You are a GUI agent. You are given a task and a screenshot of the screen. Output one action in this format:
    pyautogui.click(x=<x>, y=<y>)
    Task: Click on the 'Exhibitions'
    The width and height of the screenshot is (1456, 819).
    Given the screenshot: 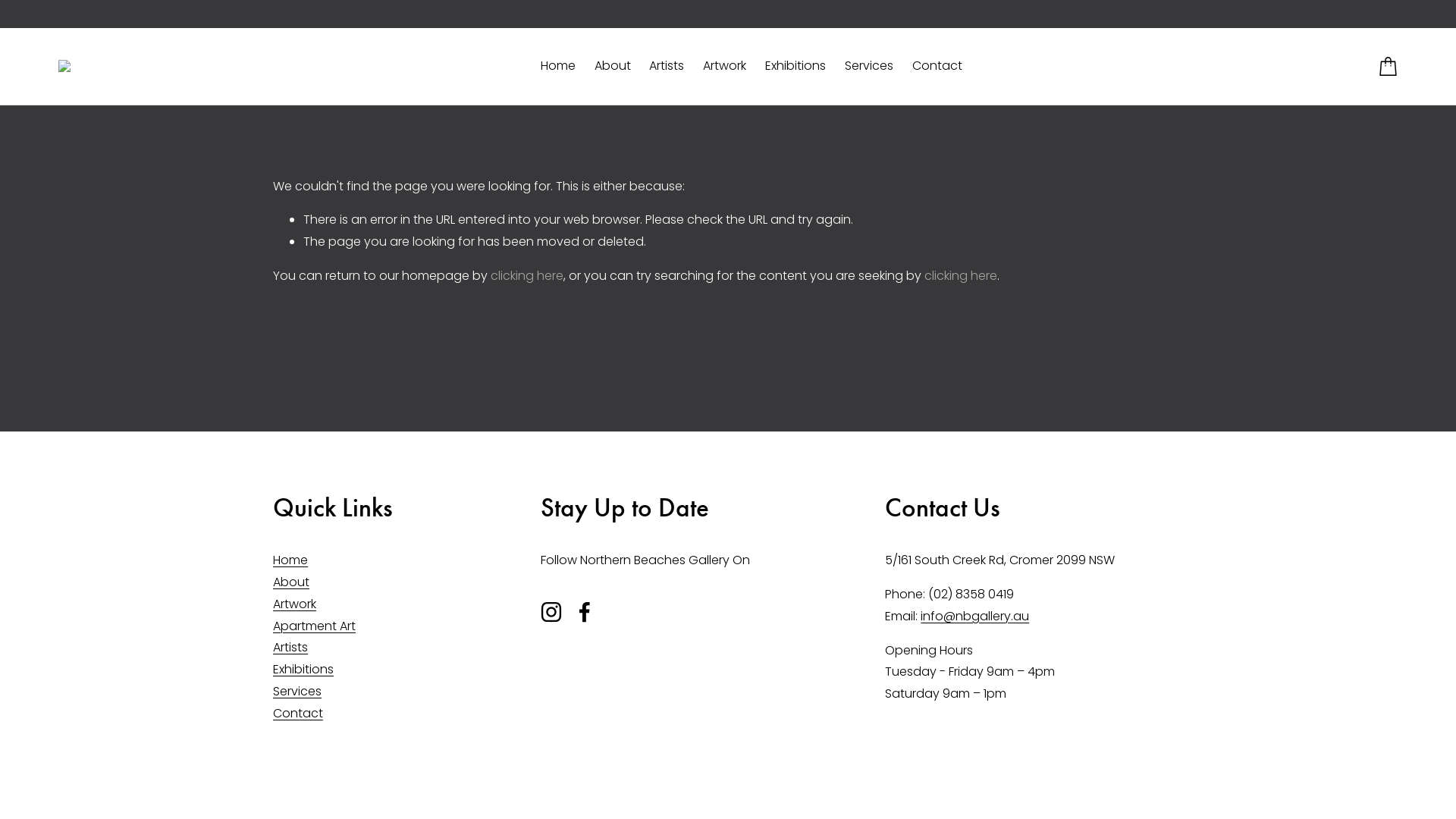 What is the action you would take?
    pyautogui.click(x=795, y=65)
    